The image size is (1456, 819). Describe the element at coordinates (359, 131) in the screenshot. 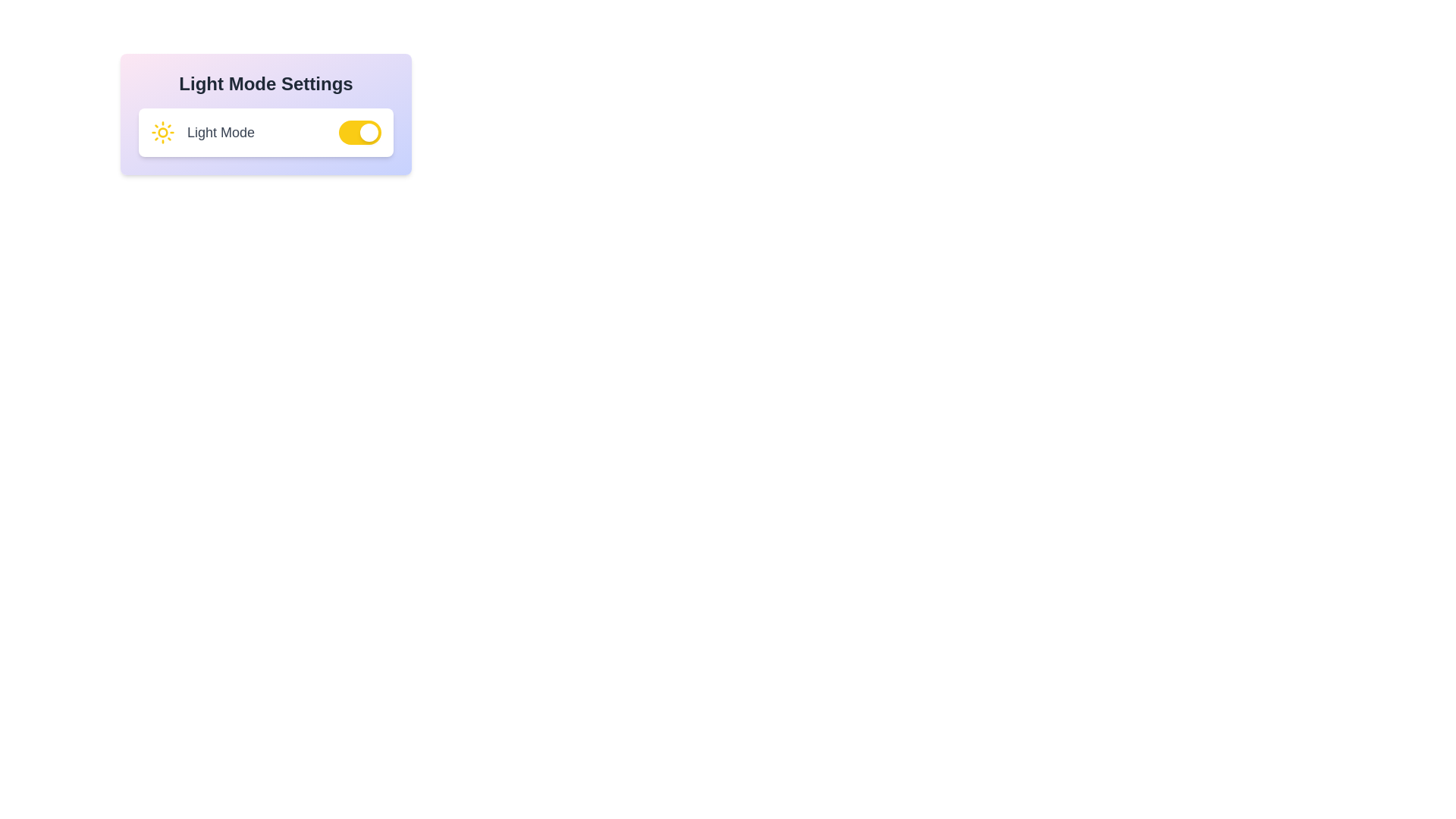

I see `the toggle switch to change the light mode` at that location.